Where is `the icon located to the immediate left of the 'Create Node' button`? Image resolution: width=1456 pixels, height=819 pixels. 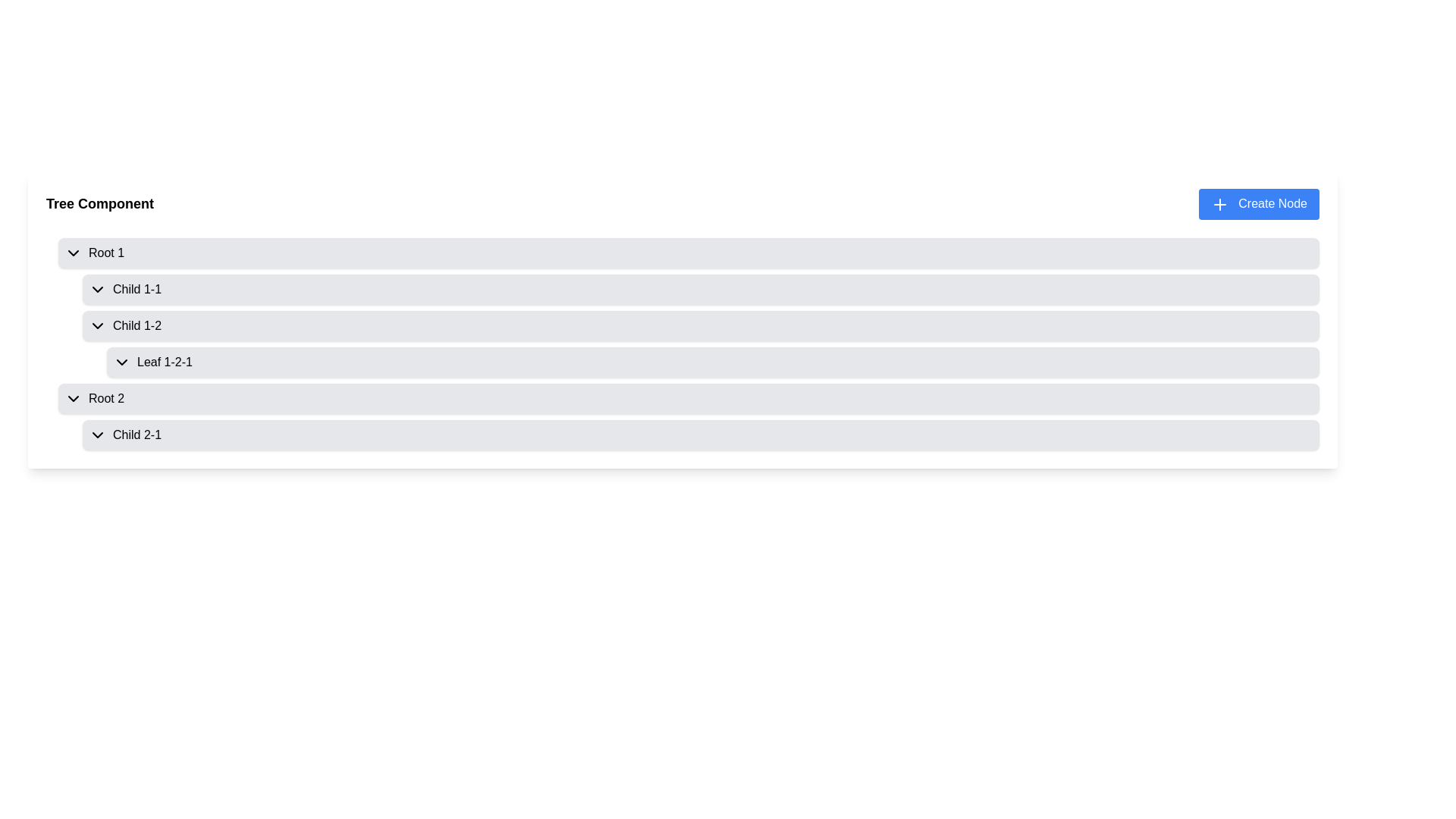 the icon located to the immediate left of the 'Create Node' button is located at coordinates (1219, 203).